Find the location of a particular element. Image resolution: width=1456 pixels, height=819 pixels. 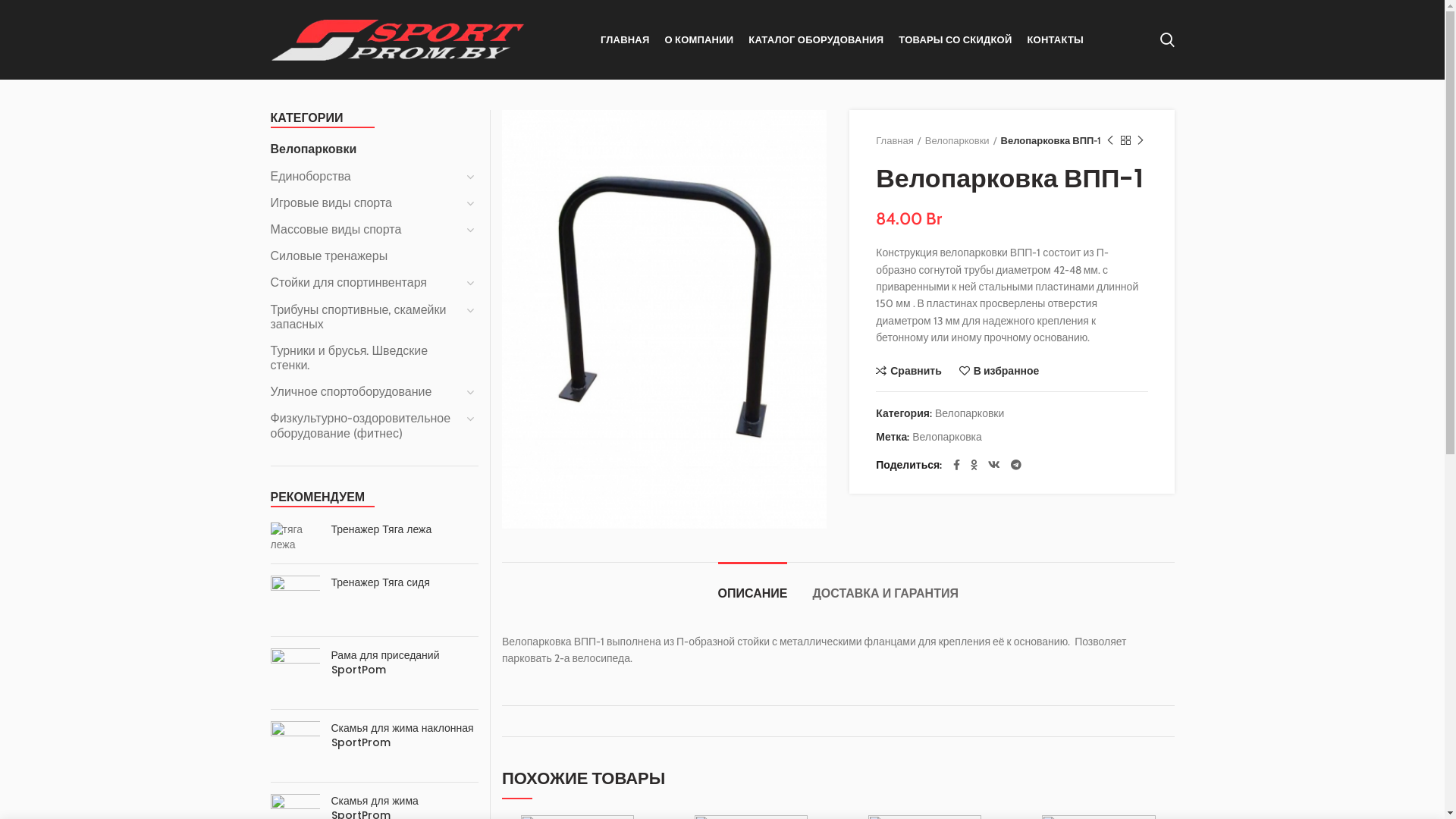

'Search' is located at coordinates (1166, 38).